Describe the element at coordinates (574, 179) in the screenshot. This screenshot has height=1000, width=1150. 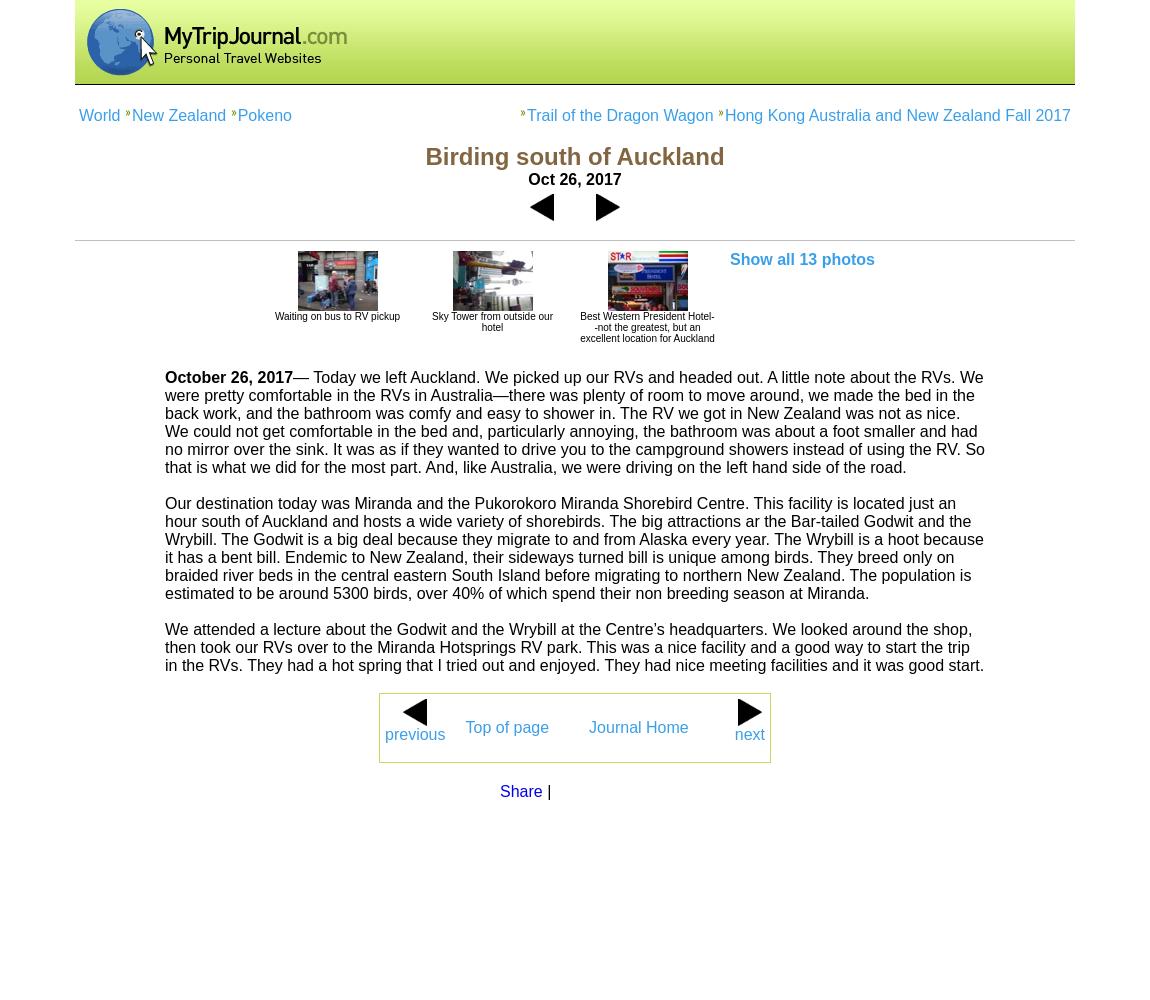
I see `'Oct 26, 2017'` at that location.